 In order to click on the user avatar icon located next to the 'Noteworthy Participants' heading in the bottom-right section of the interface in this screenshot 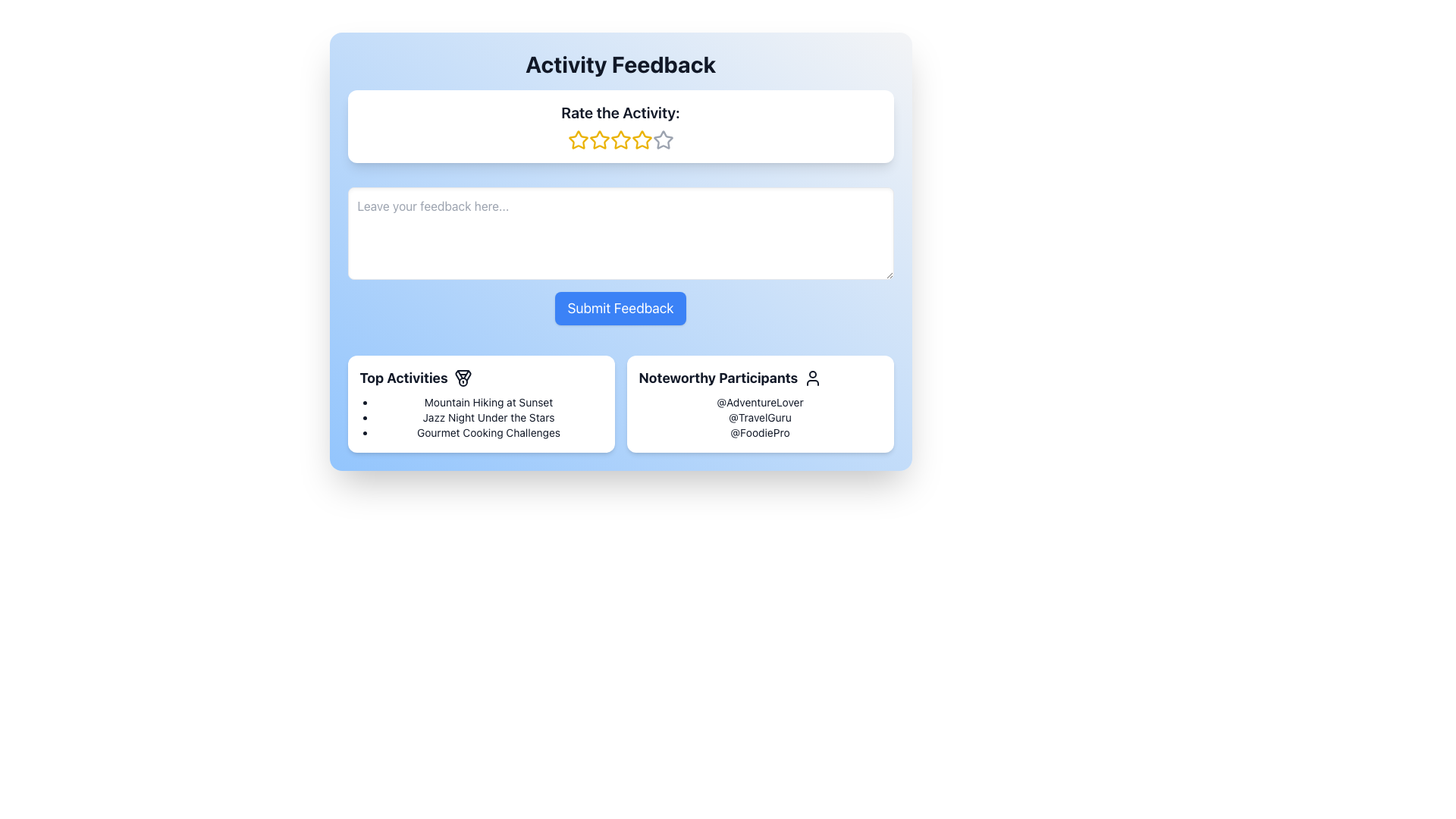, I will do `click(812, 377)`.